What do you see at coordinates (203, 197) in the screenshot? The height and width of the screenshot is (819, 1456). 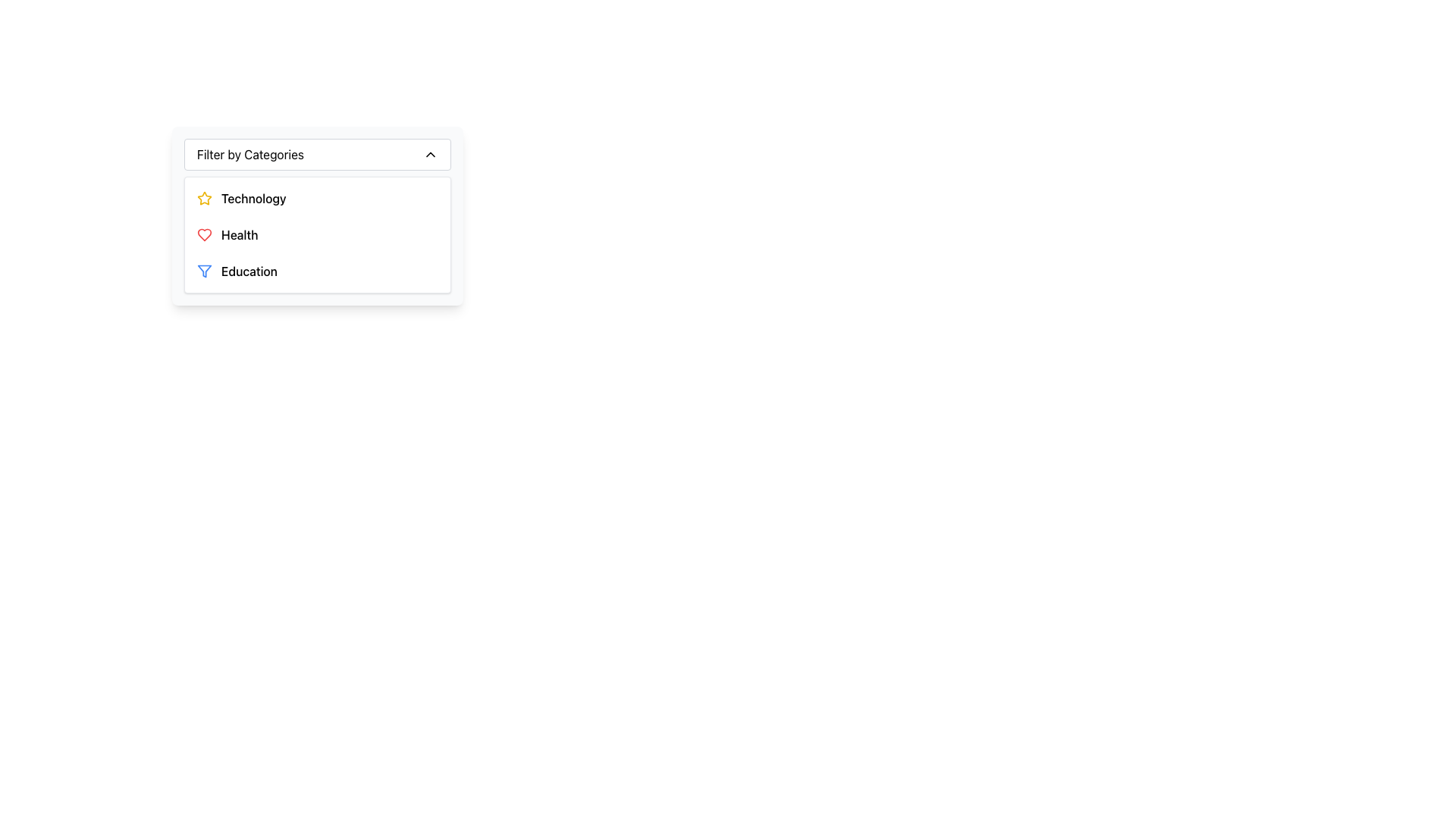 I see `the yellow star icon in the 'Filter by Categories' dropdown menu, positioned to the left of the 'Technology' category text` at bounding box center [203, 197].